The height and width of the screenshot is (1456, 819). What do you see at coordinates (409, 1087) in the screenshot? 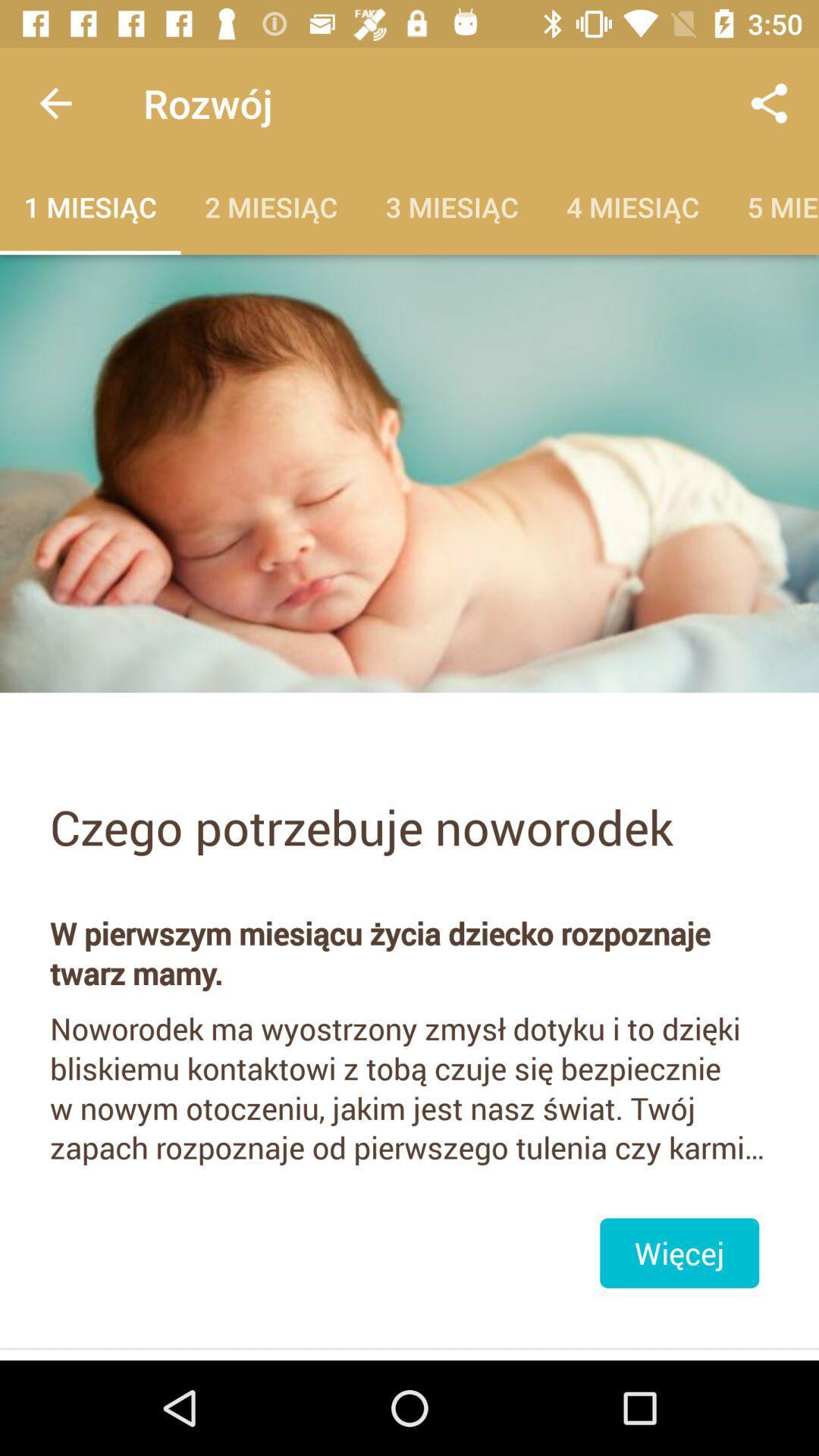
I see `noworodek ma wyostrzony` at bounding box center [409, 1087].